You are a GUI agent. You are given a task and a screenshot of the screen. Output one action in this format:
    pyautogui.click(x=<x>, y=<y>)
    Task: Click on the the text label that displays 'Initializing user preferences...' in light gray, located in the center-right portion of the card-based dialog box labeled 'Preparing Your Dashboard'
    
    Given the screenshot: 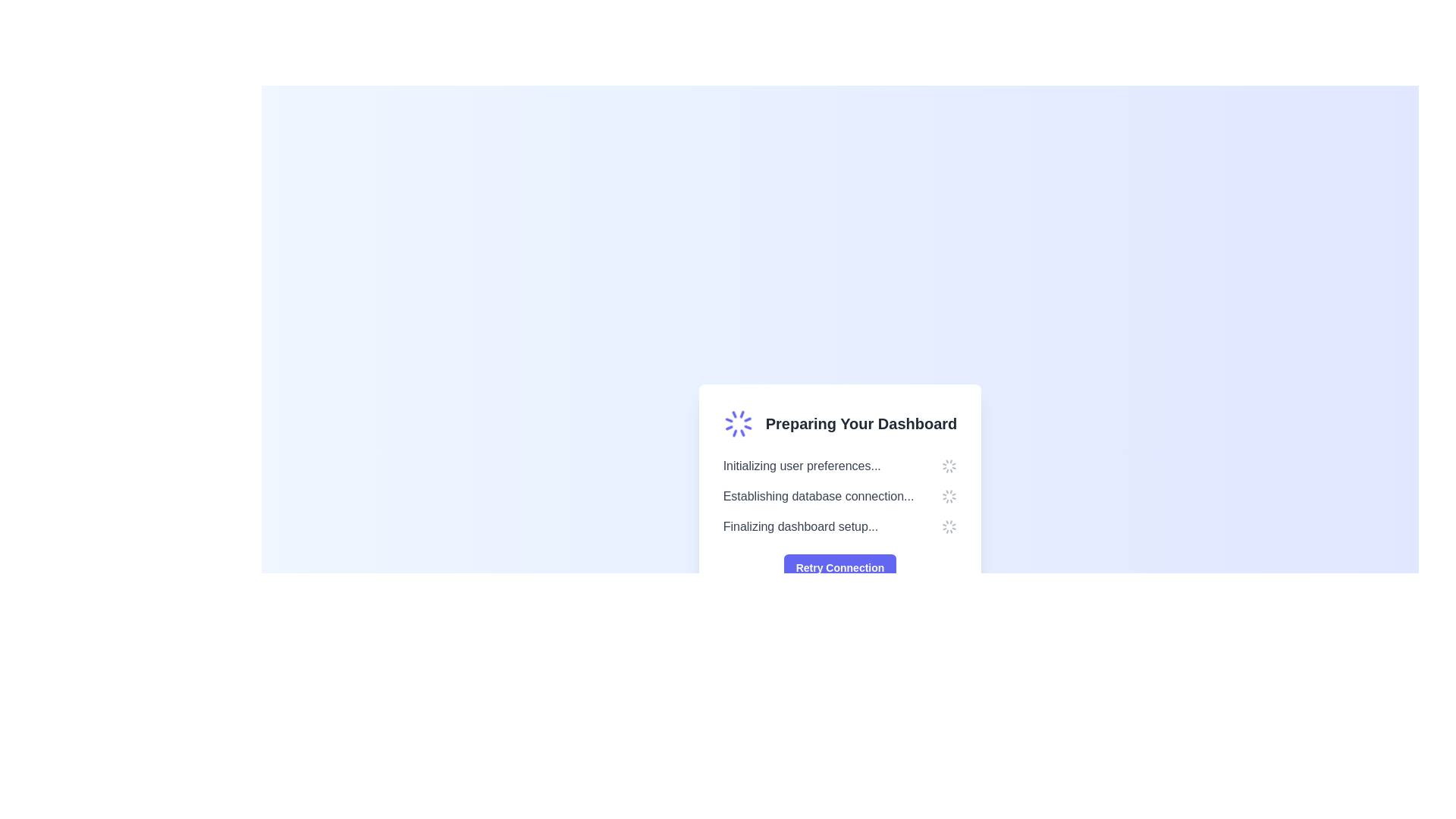 What is the action you would take?
    pyautogui.click(x=801, y=465)
    